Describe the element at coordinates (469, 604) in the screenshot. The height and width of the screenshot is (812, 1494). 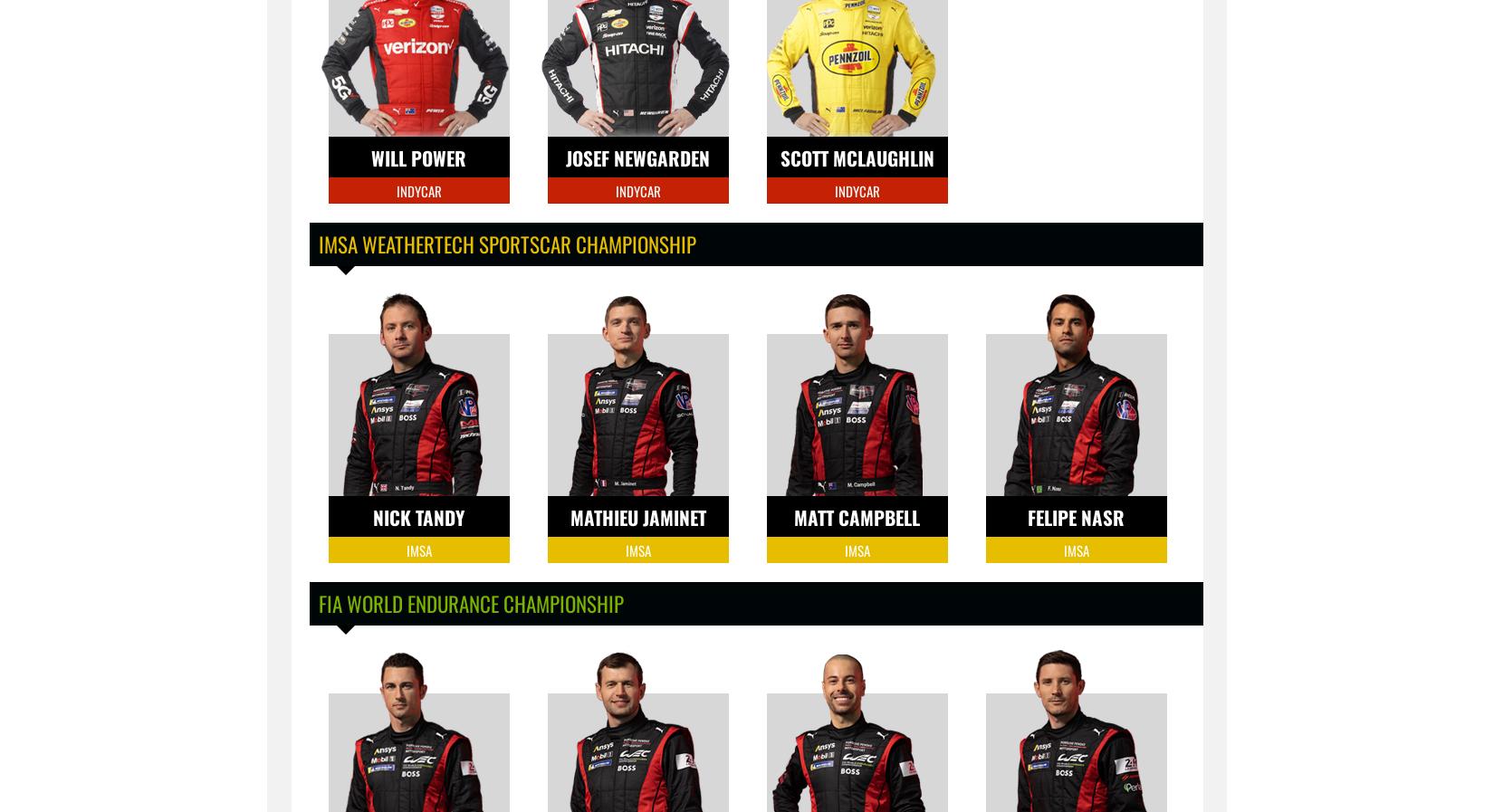
I see `'FIA World Endurance Championship'` at that location.